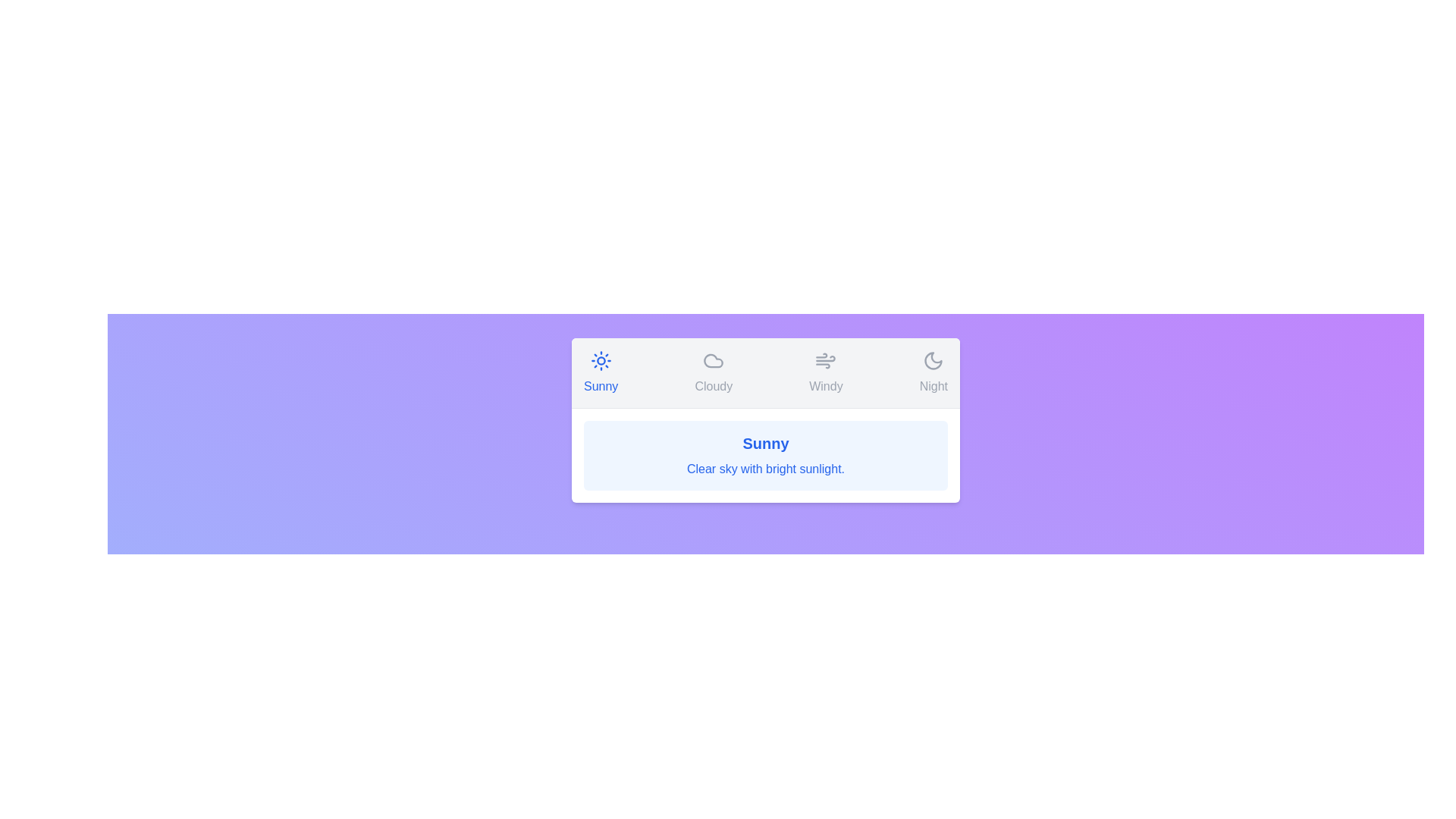 This screenshot has height=819, width=1456. Describe the element at coordinates (600, 373) in the screenshot. I see `the Sunny tab to switch to the corresponding weather condition` at that location.